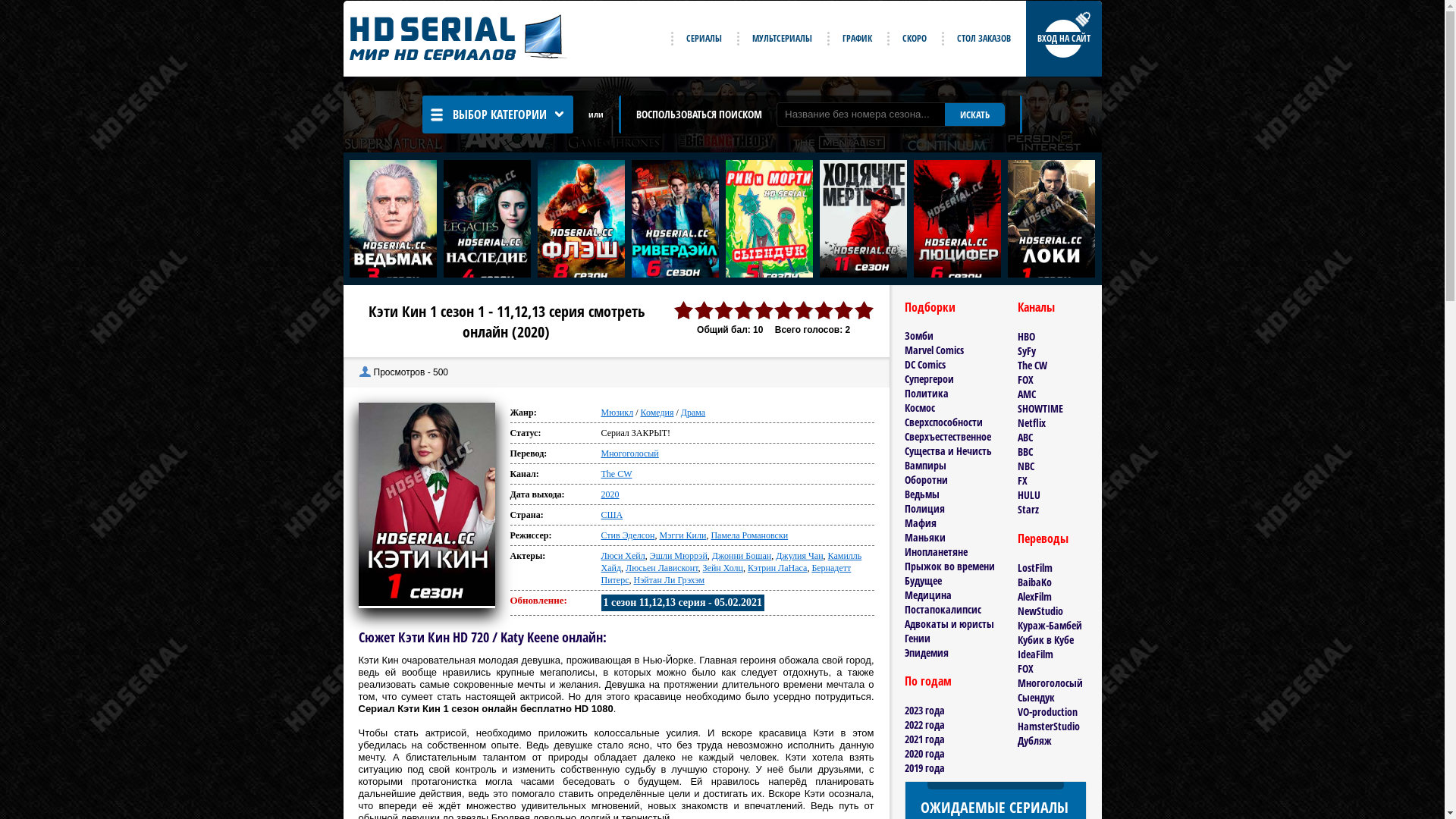 The width and height of the screenshot is (1456, 819). I want to click on 'HBO', so click(1026, 335).